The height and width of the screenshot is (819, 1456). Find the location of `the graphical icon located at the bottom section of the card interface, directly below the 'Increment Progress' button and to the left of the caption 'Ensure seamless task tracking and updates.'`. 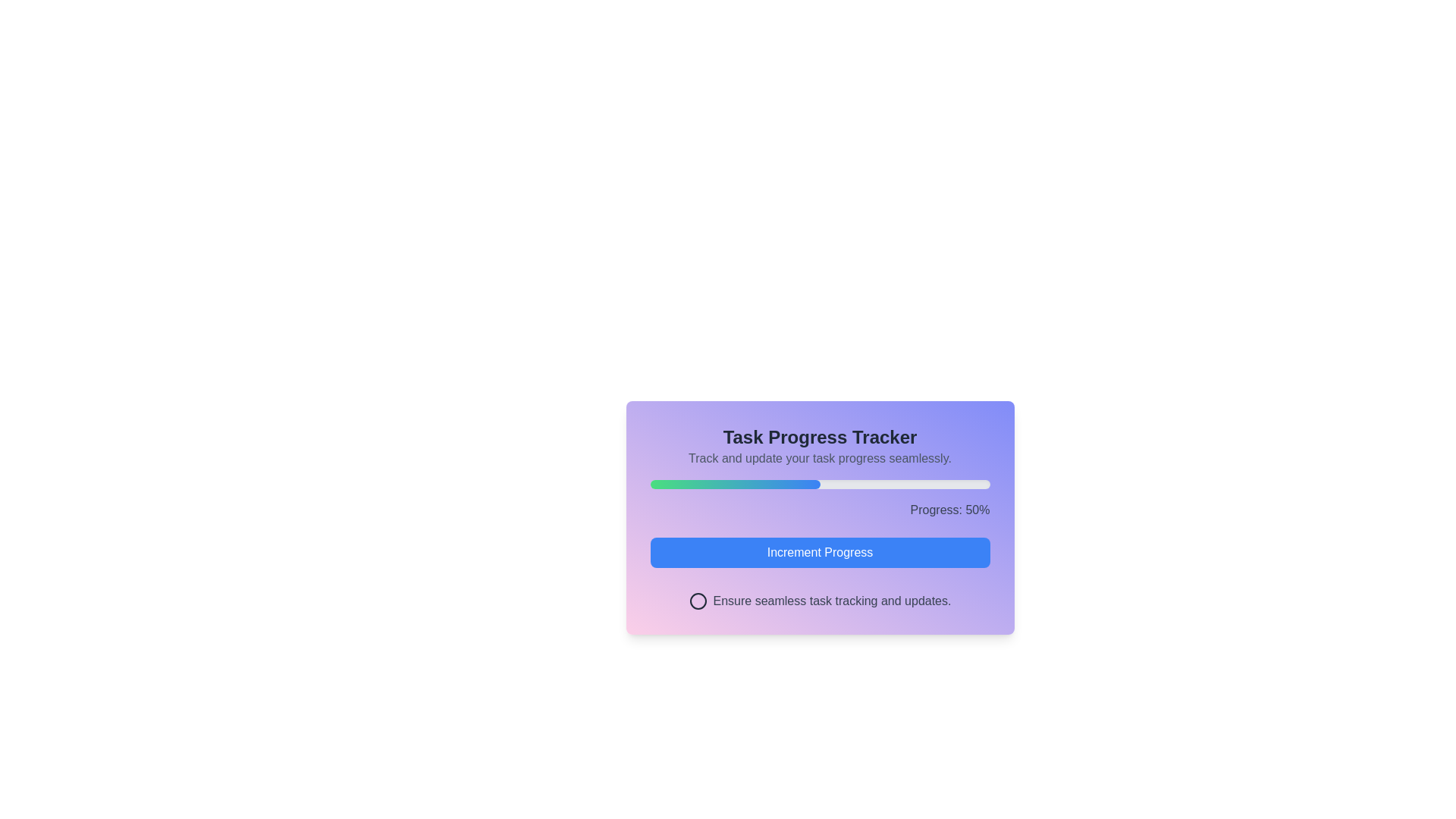

the graphical icon located at the bottom section of the card interface, directly below the 'Increment Progress' button and to the left of the caption 'Ensure seamless task tracking and updates.' is located at coordinates (697, 601).